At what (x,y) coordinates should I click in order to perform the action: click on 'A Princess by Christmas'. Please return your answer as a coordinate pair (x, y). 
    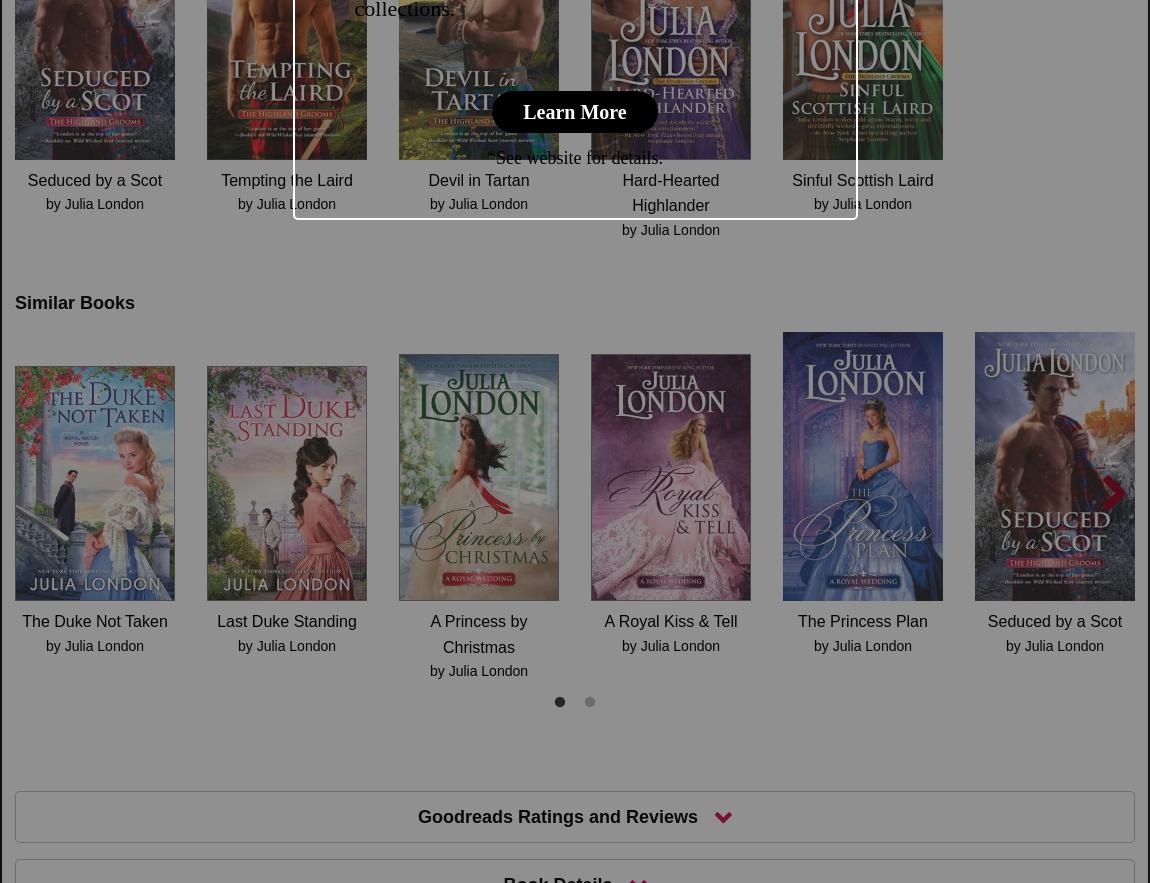
    Looking at the image, I should click on (429, 633).